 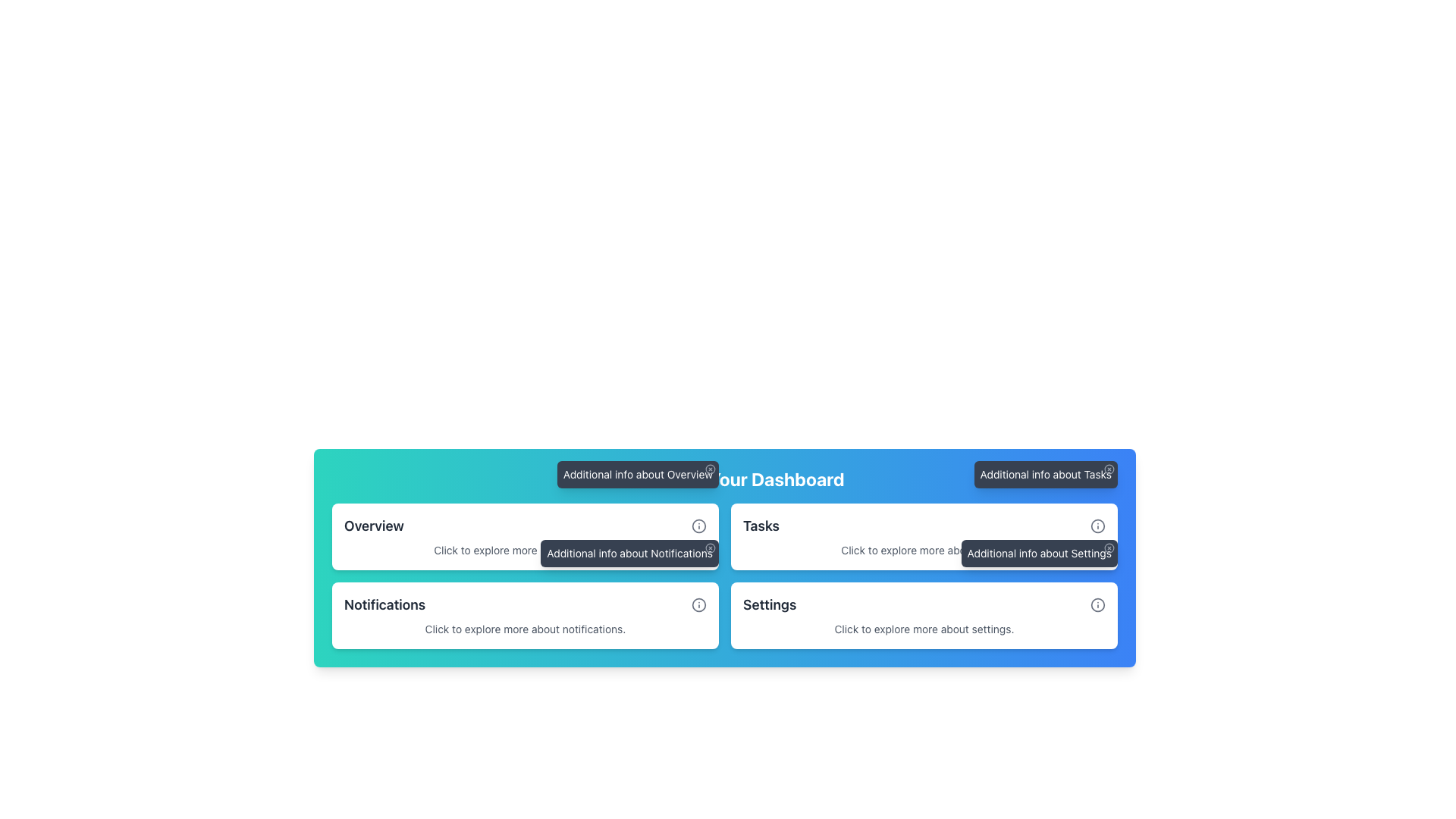 I want to click on additional information text from the dark gray tooltip with rounded corners containing the text 'Additional info about Tasks' and a close button at the top-right corner, so click(x=1045, y=473).